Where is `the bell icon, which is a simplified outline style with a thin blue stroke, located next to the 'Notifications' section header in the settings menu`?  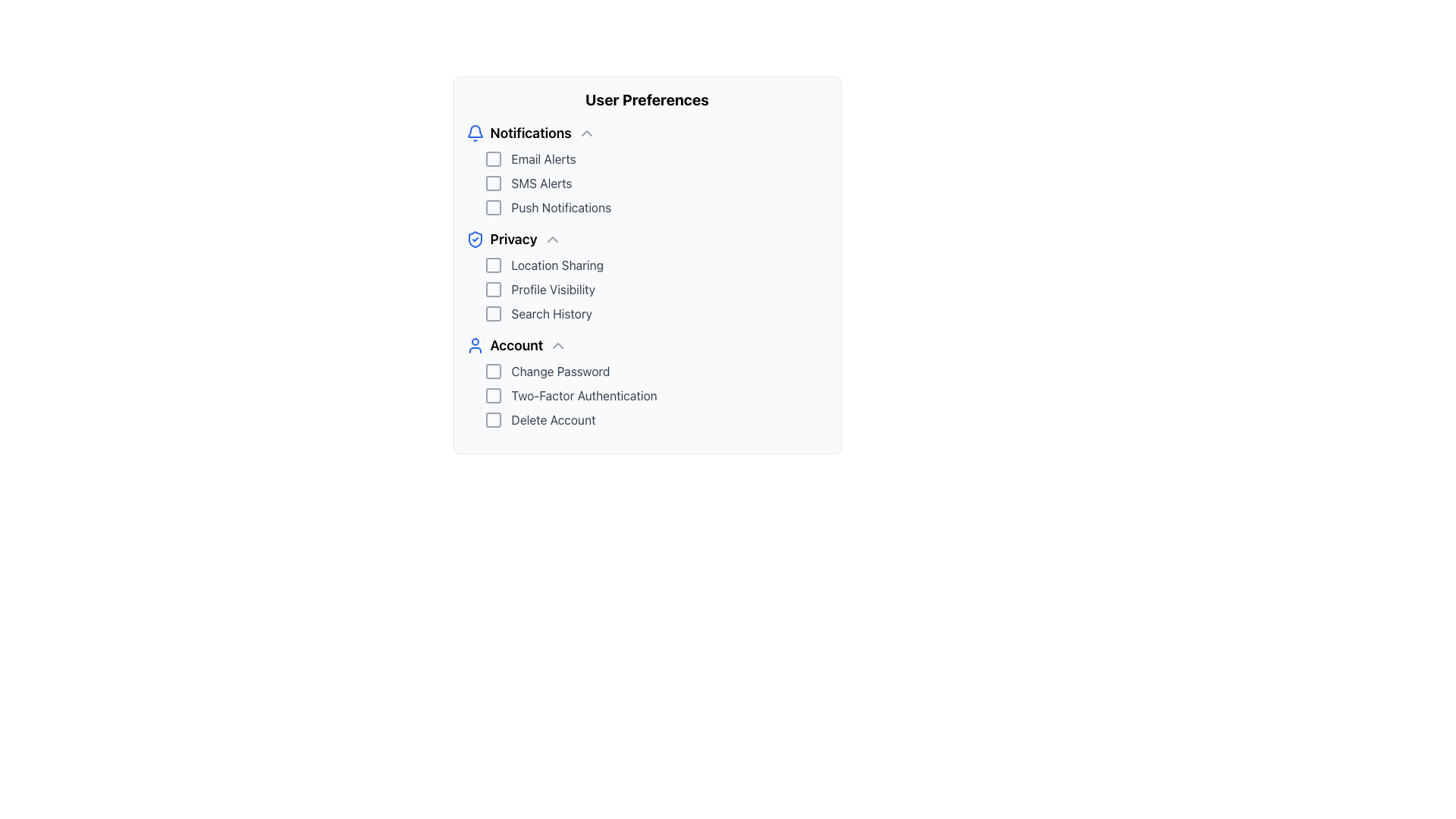
the bell icon, which is a simplified outline style with a thin blue stroke, located next to the 'Notifications' section header in the settings menu is located at coordinates (474, 130).